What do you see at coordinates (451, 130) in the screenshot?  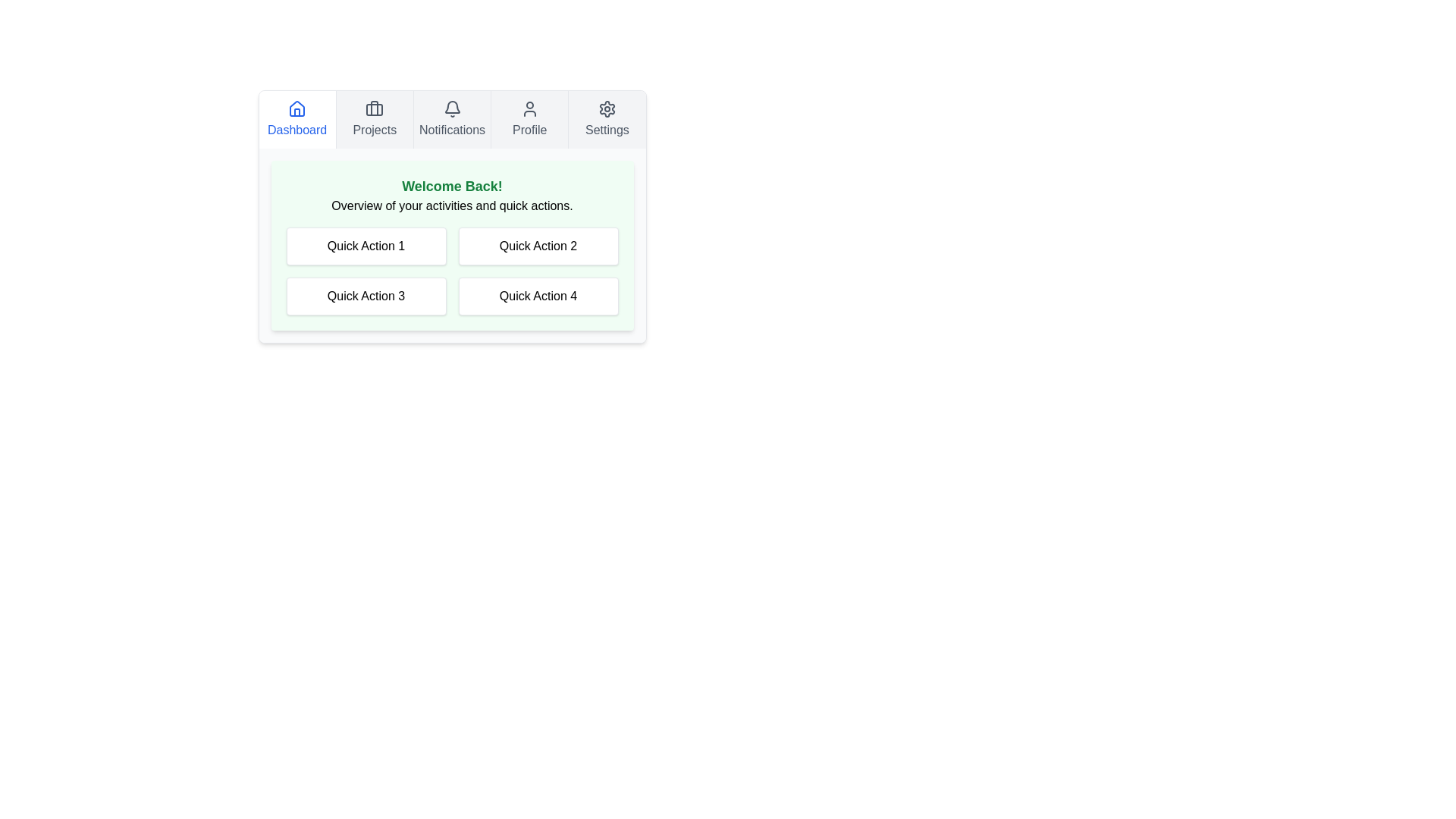 I see `the 'Notifications' text label in the navigation bar` at bounding box center [451, 130].